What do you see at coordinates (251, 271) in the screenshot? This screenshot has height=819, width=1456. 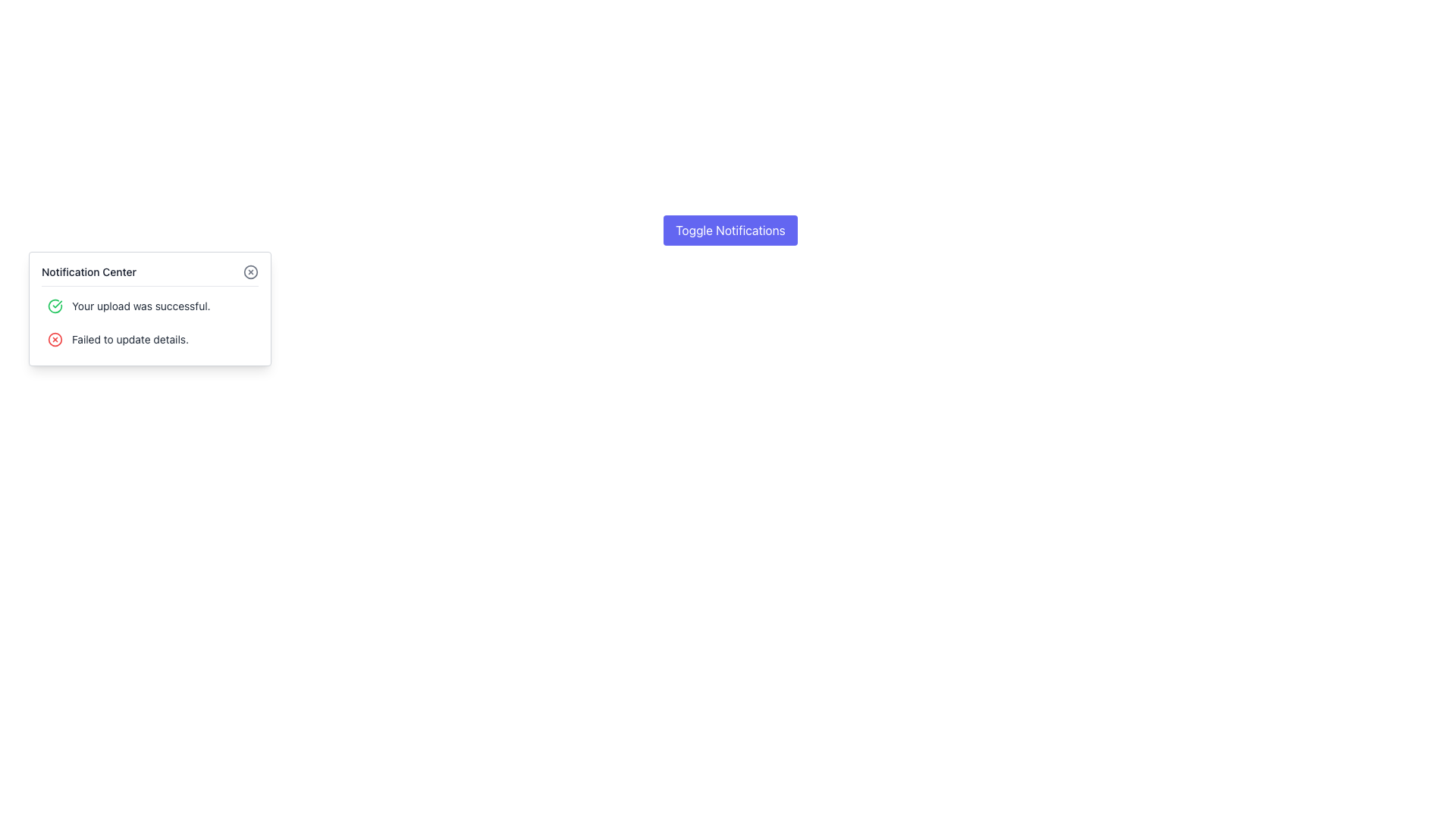 I see `the circular close button with a small 'x' in the center, located at the upper-right corner of the Notification Center header` at bounding box center [251, 271].